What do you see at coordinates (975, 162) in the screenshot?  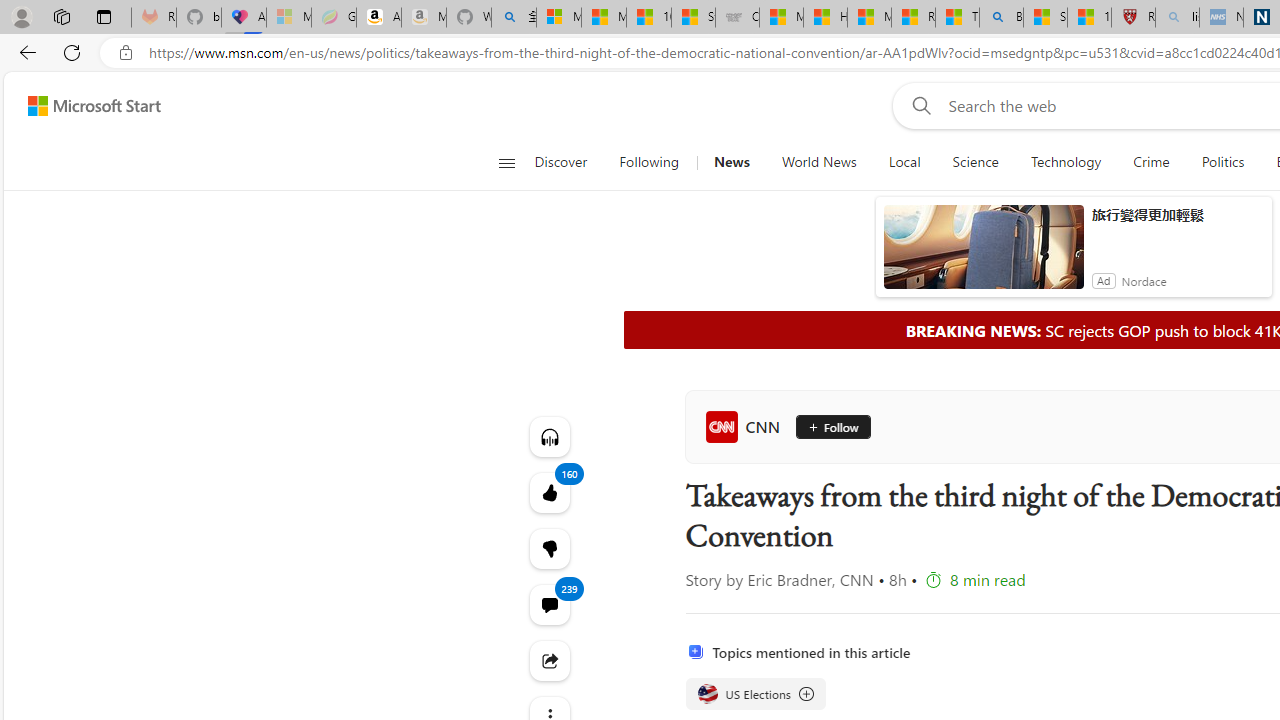 I see `'Science'` at bounding box center [975, 162].